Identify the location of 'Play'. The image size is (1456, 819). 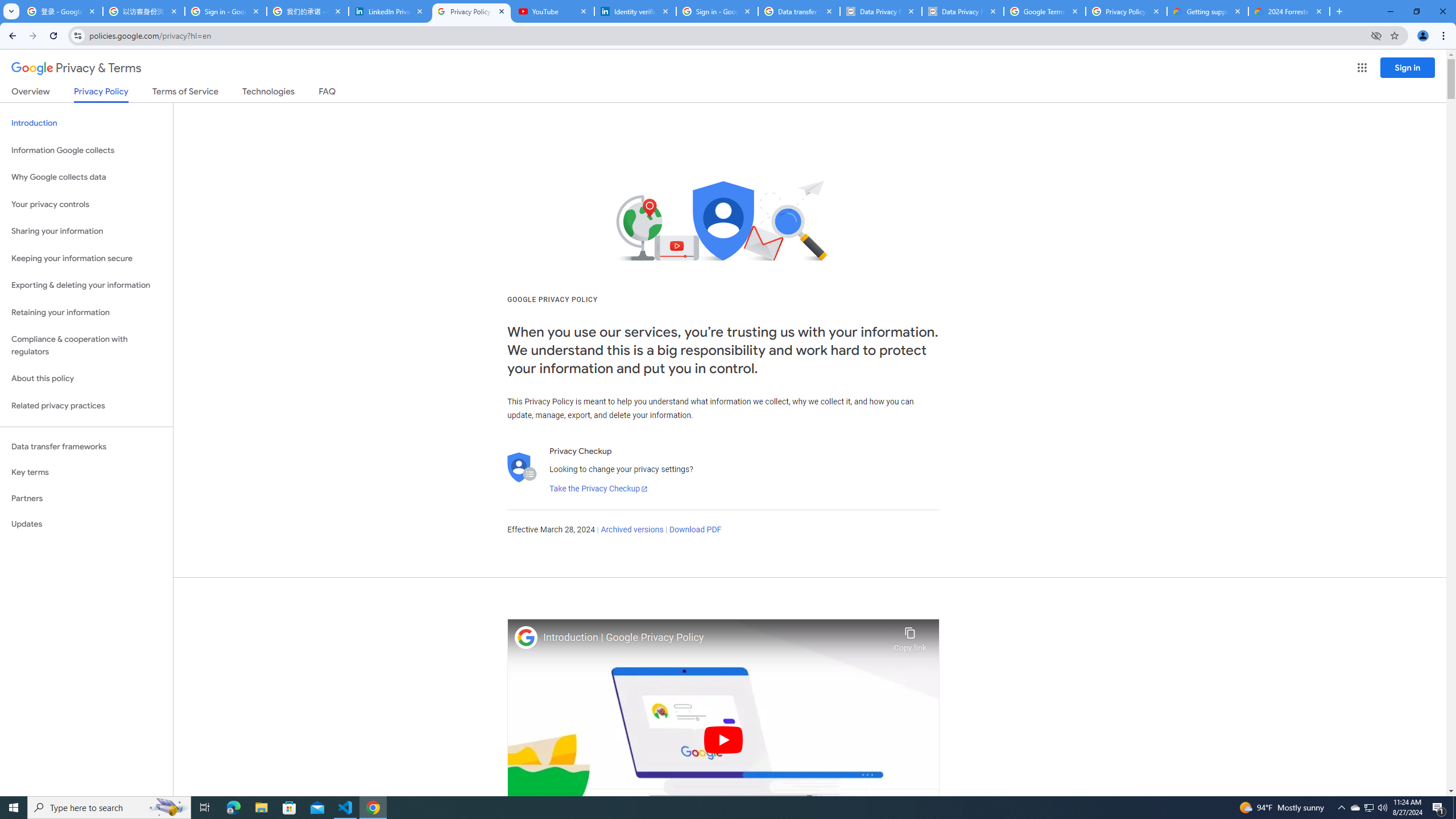
(723, 739).